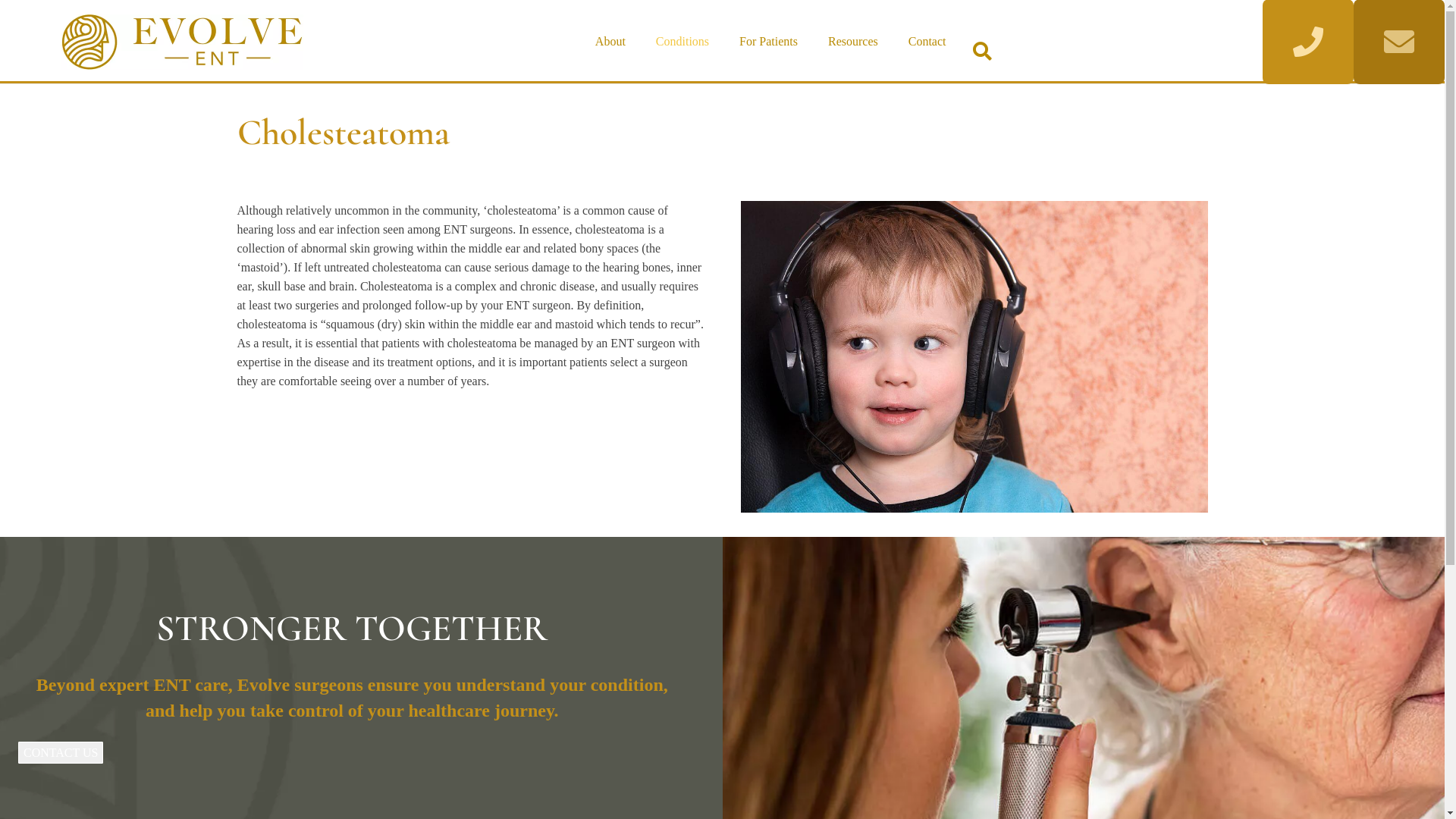 The width and height of the screenshot is (1456, 819). What do you see at coordinates (61, 751) in the screenshot?
I see `'CONTACT US'` at bounding box center [61, 751].